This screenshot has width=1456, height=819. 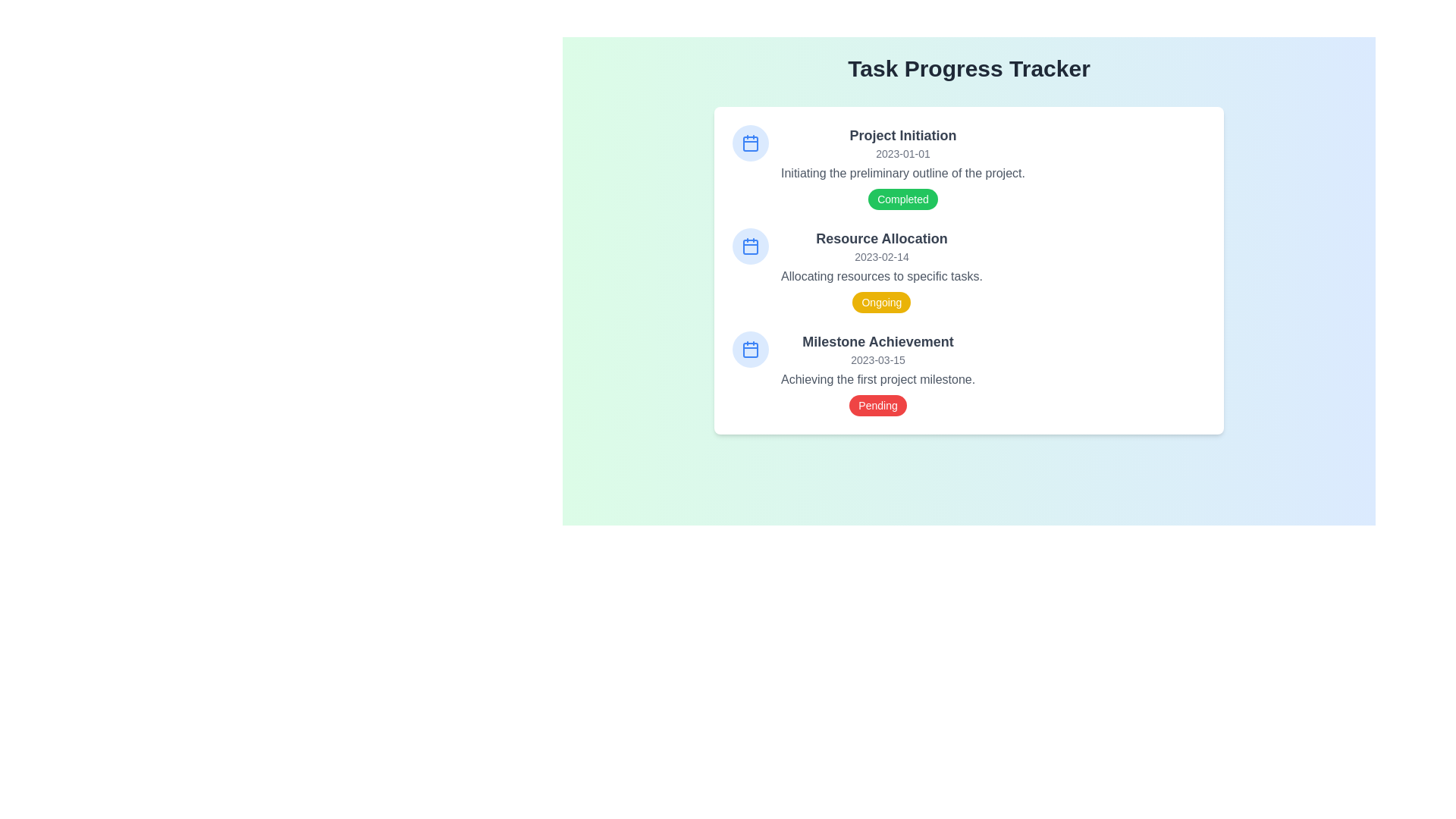 I want to click on the composite UI block containing the title 'Project Initiation', the date '2023-01-01', the description, and the 'Completed' button, so click(x=902, y=167).